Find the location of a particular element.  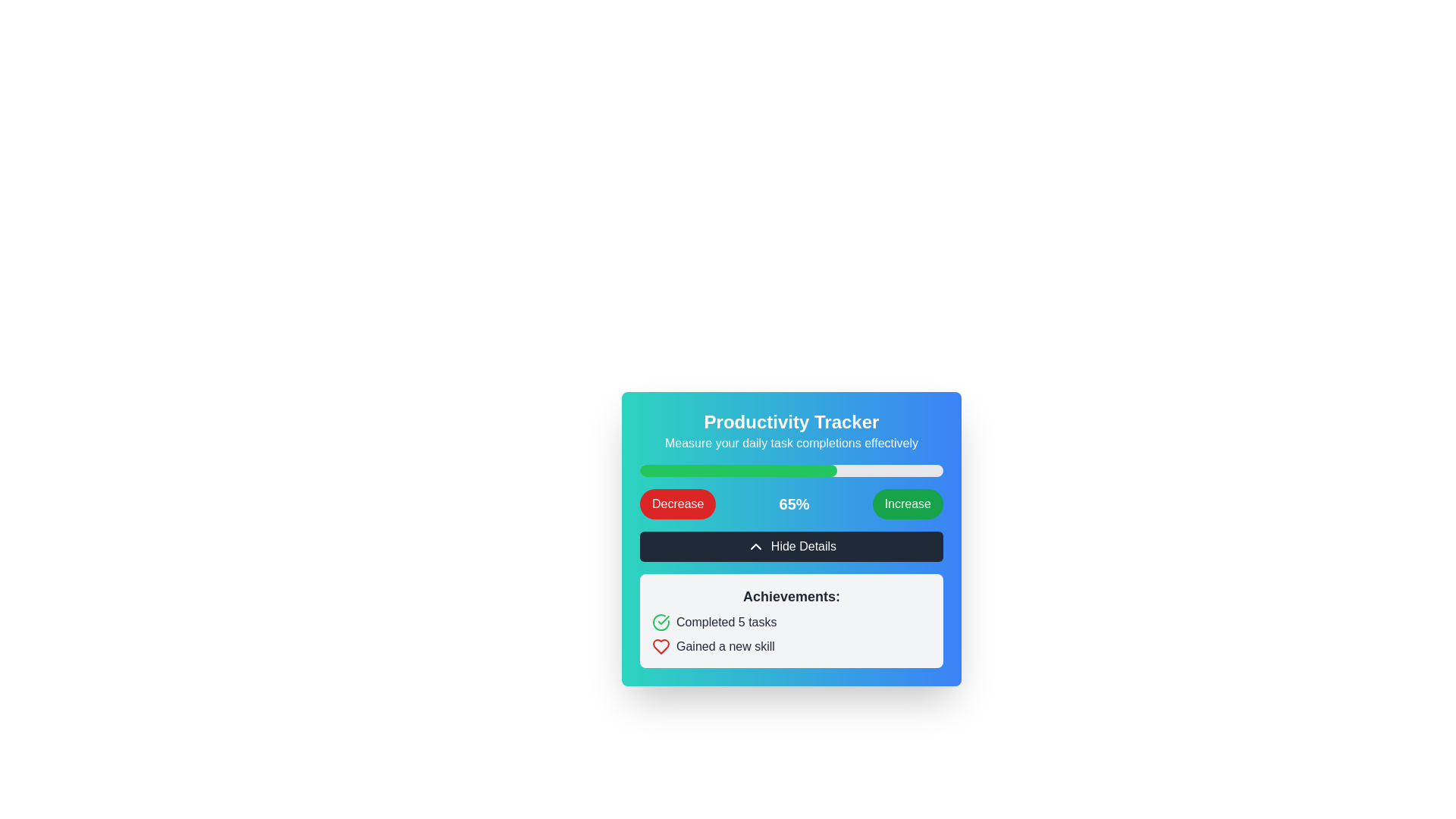

the chevron icon within the 'Hide Details' button is located at coordinates (755, 547).